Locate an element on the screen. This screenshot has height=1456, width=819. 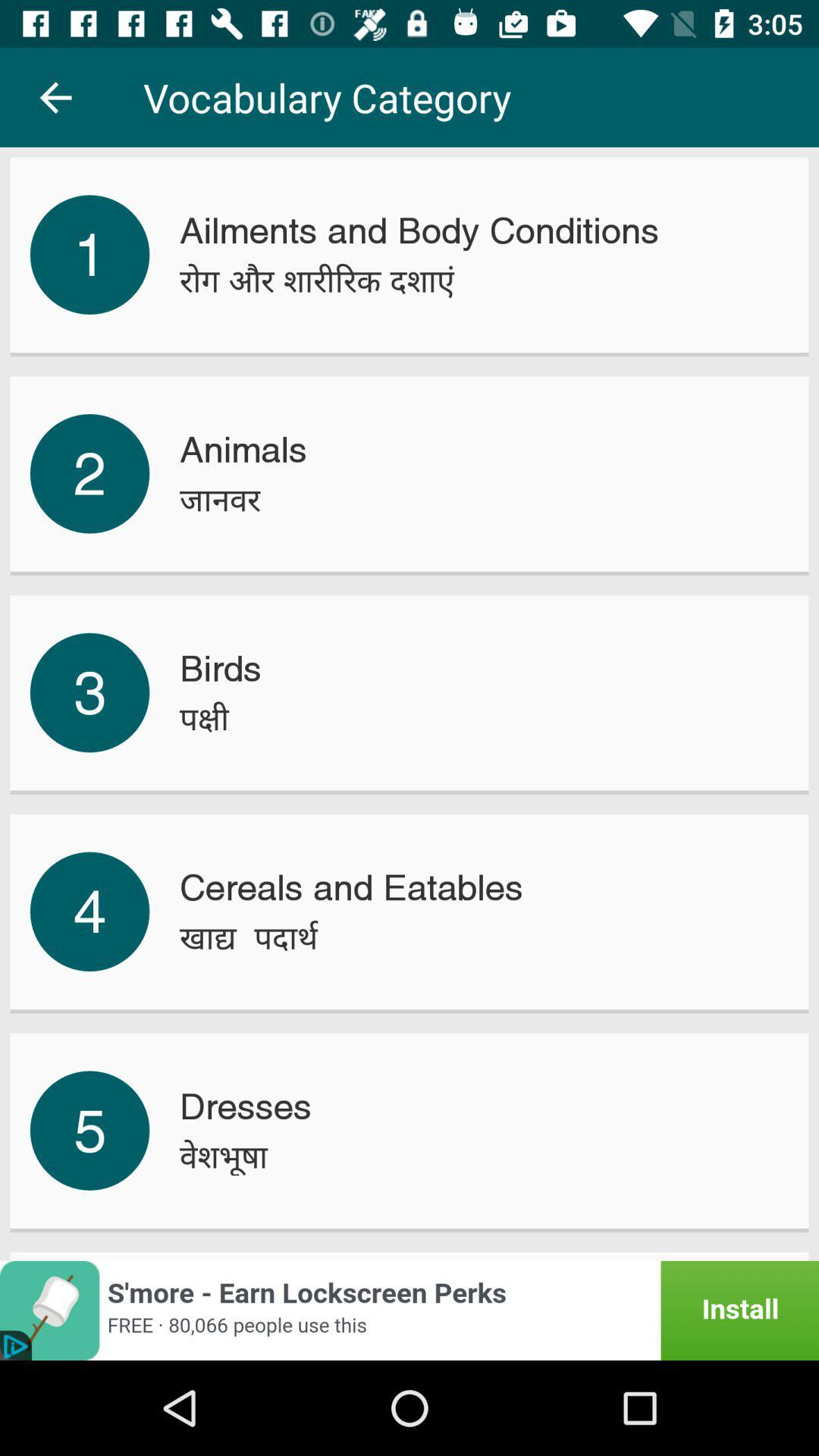
item to the right of 1 item is located at coordinates (316, 281).